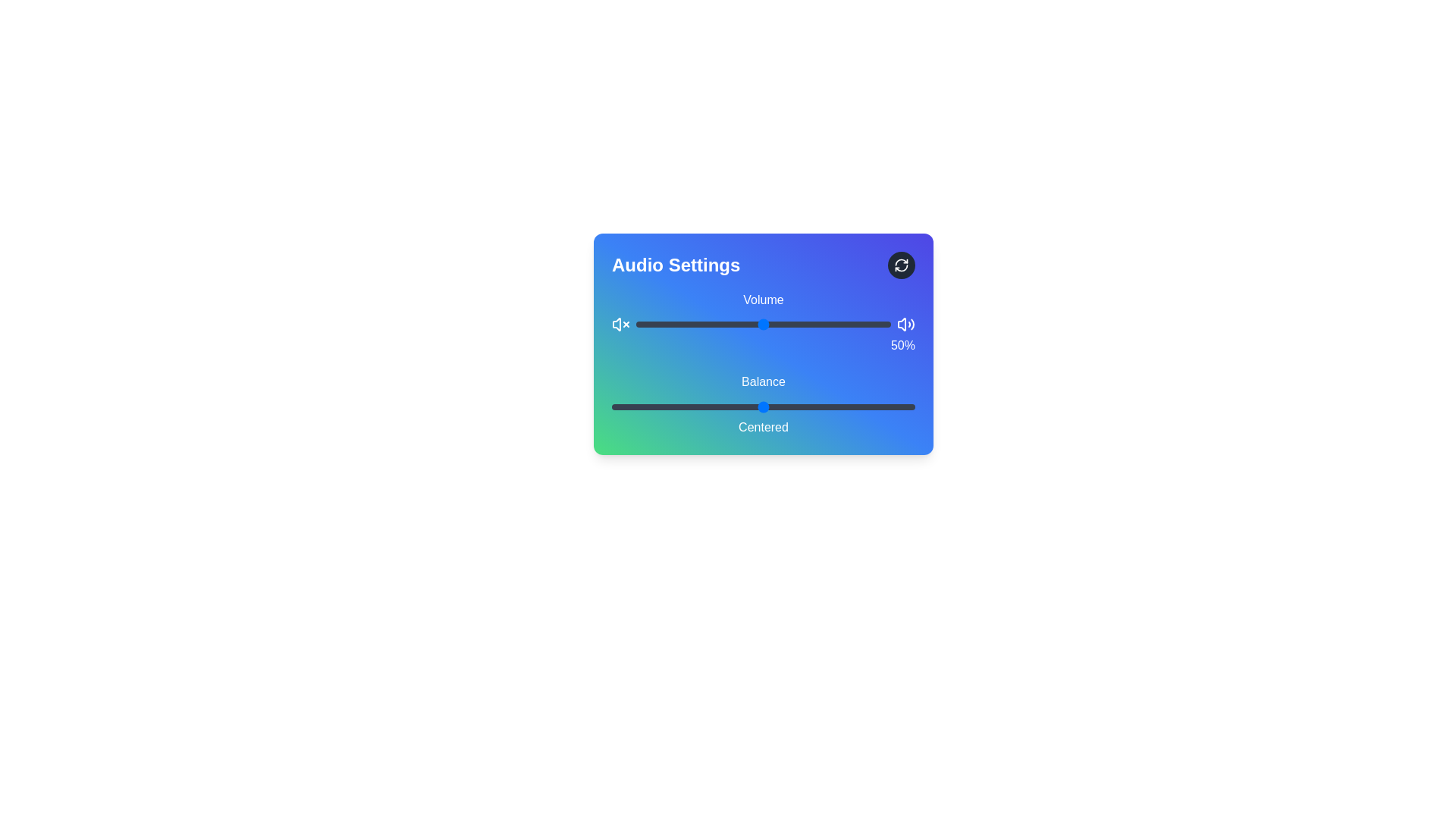 This screenshot has width=1456, height=819. I want to click on the balance slider, so click(841, 406).